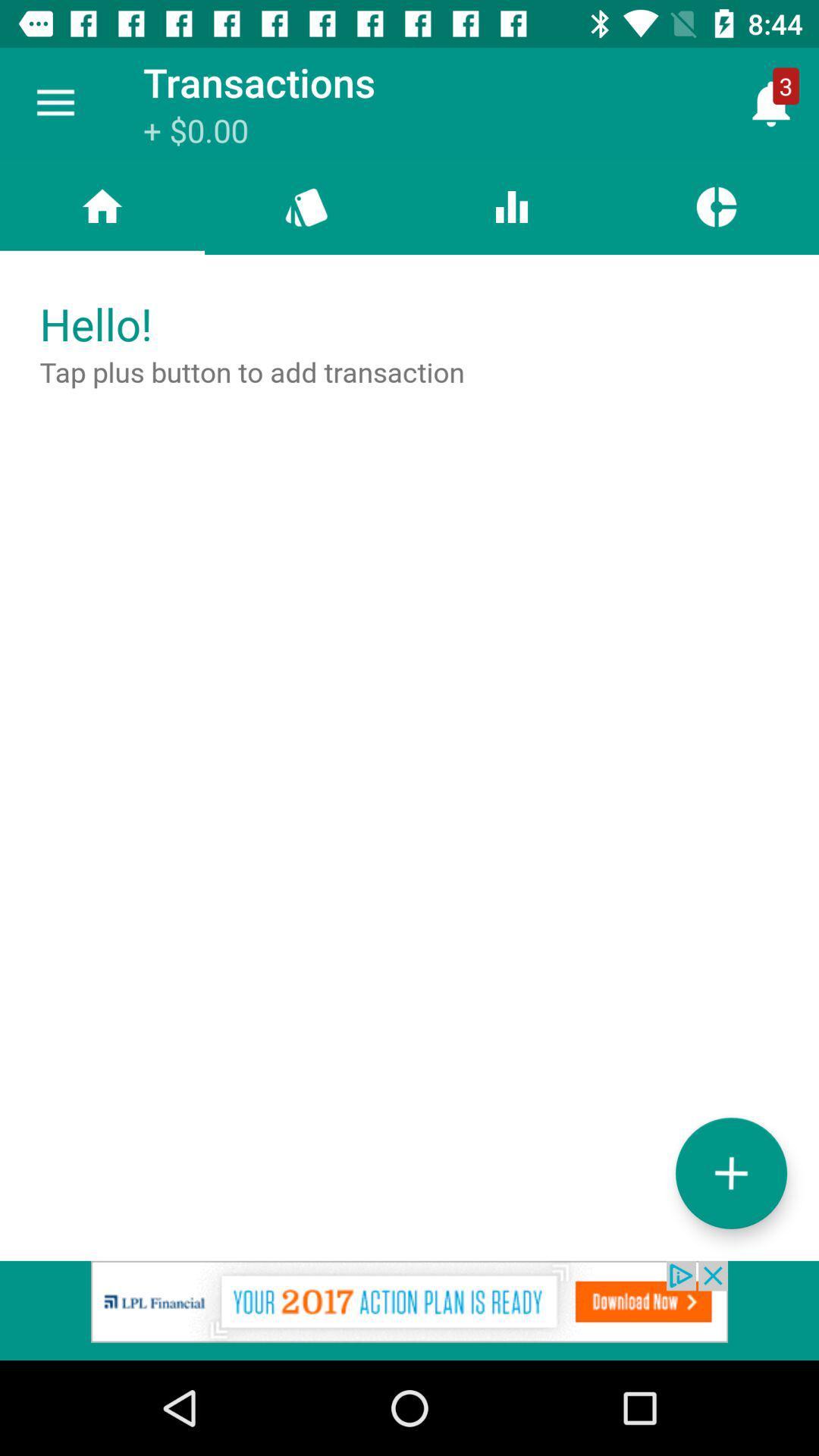  I want to click on advertisement, so click(409, 1310).